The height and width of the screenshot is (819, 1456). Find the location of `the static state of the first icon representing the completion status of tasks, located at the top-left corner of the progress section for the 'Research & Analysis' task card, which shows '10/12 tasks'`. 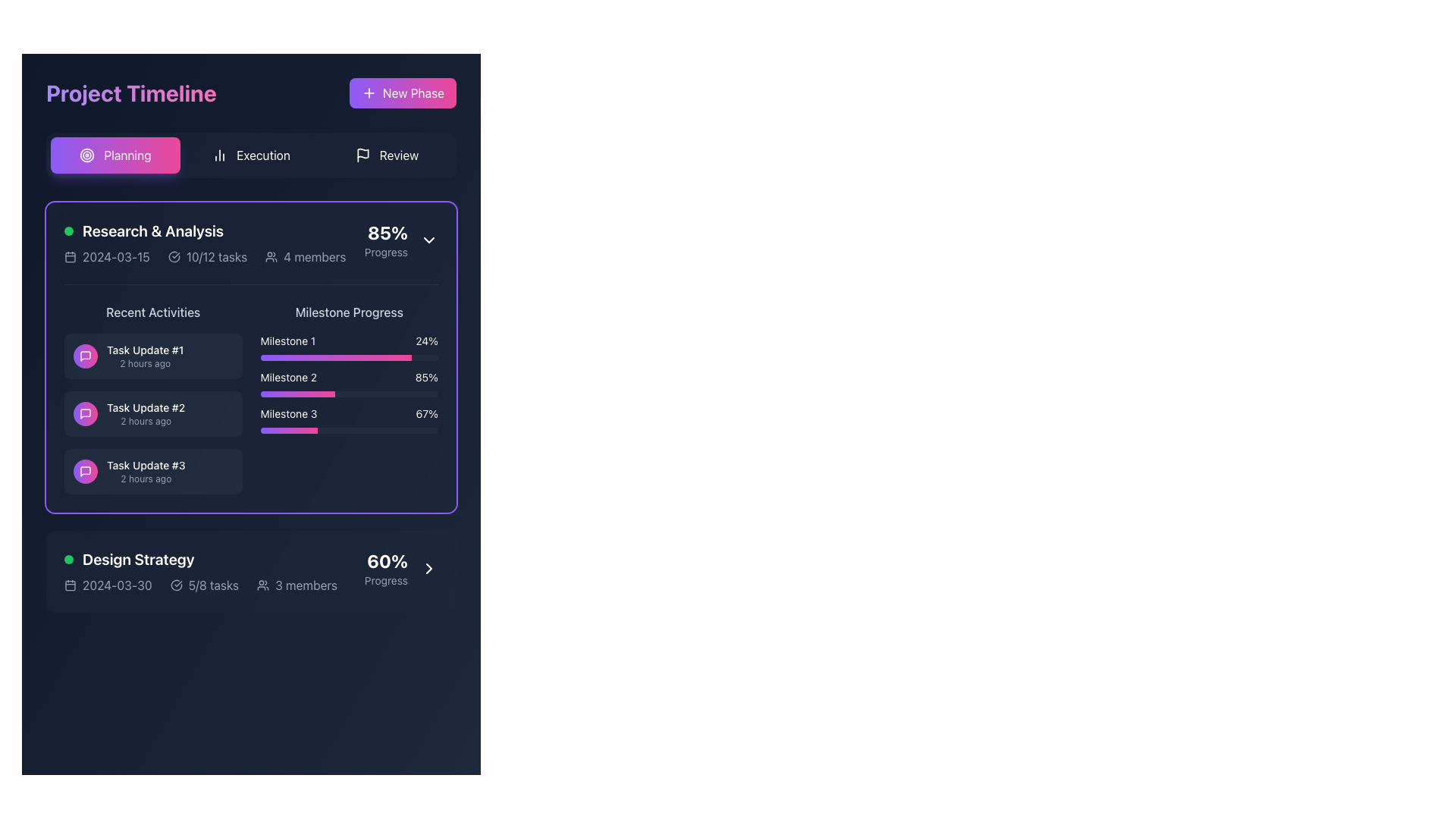

the static state of the first icon representing the completion status of tasks, located at the top-left corner of the progress section for the 'Research & Analysis' task card, which shows '10/12 tasks' is located at coordinates (174, 256).